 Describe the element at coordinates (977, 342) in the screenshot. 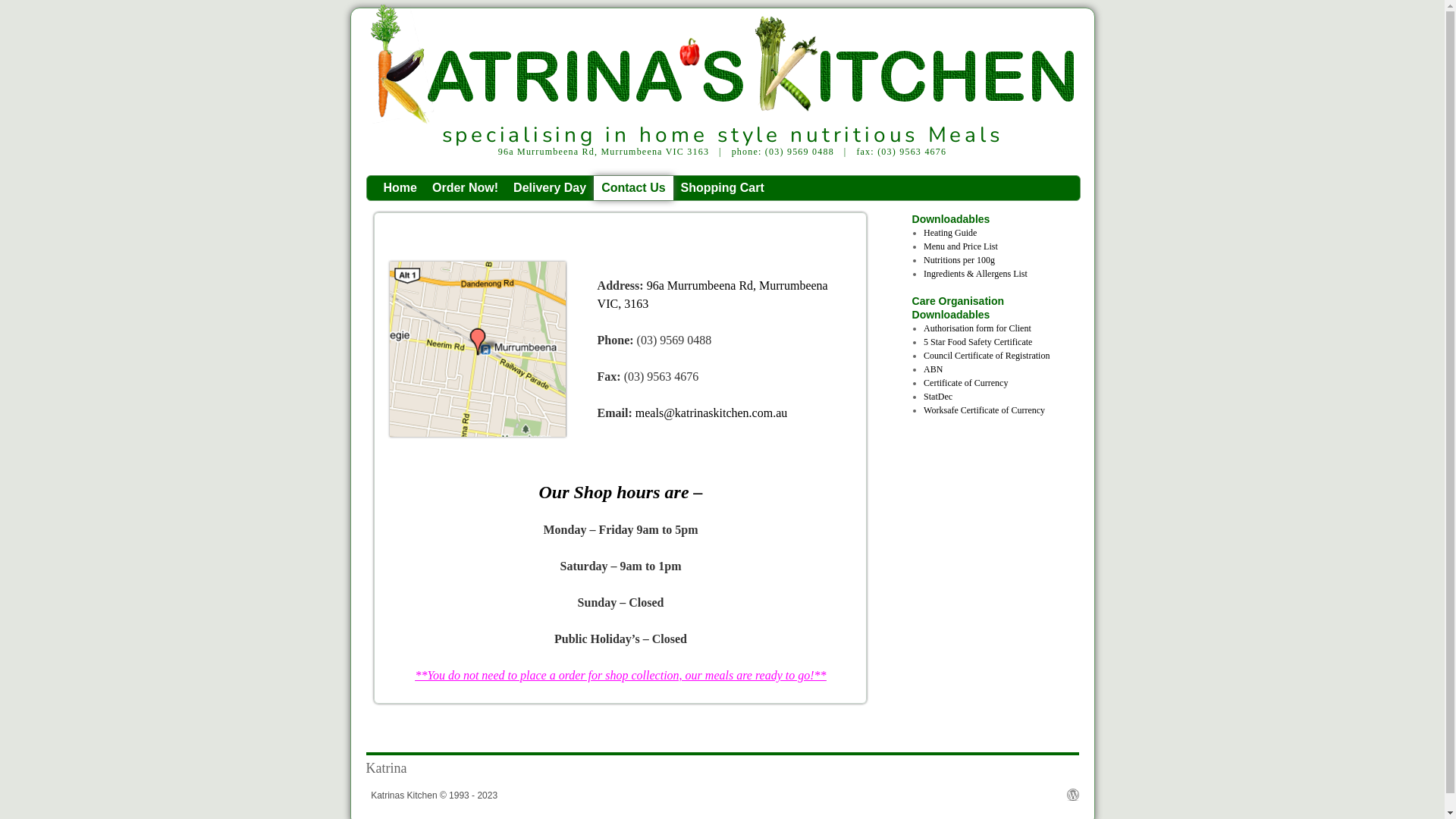

I see `'5 Star Food Safety Certificate'` at that location.